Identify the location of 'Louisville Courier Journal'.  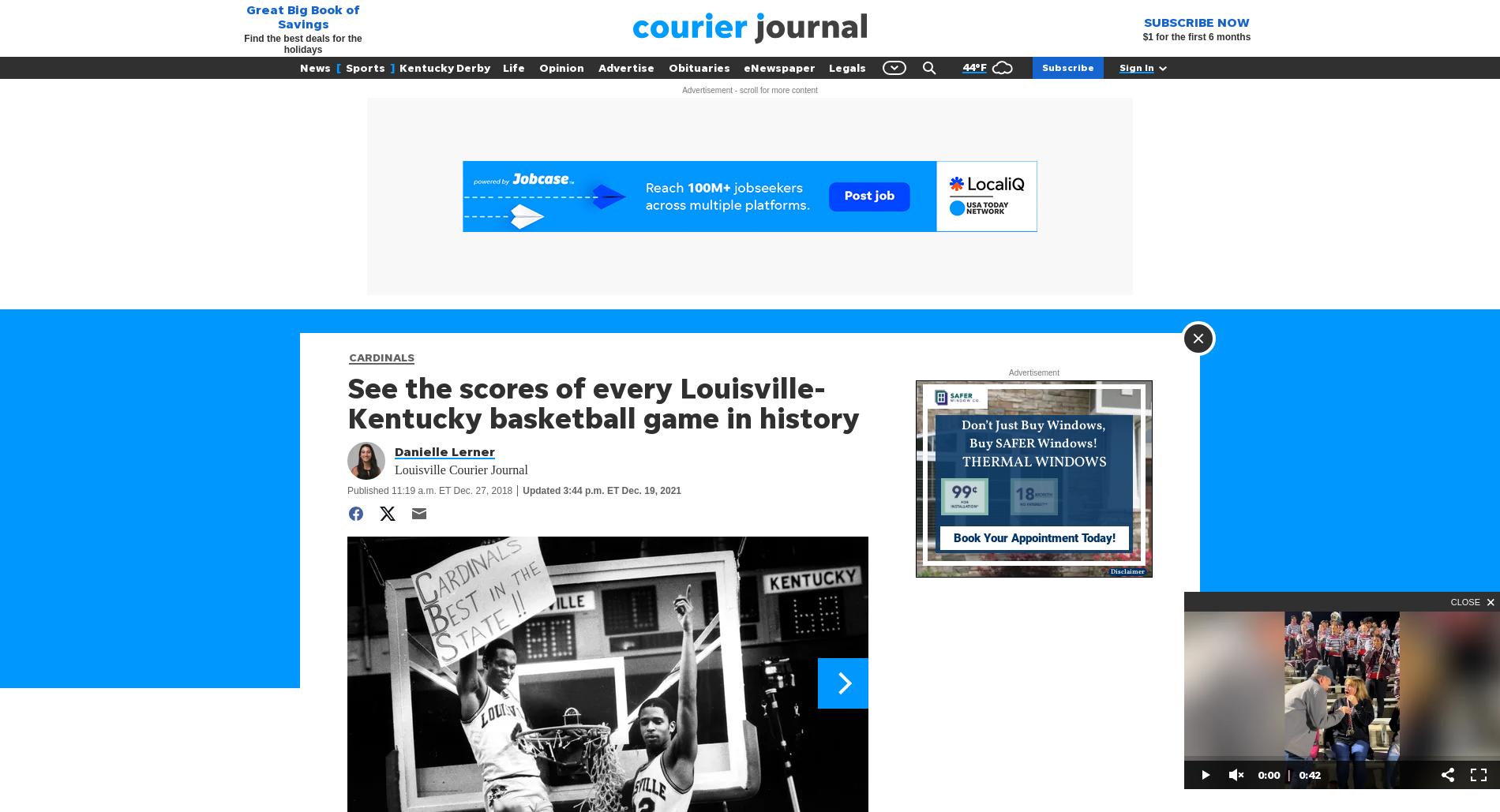
(395, 470).